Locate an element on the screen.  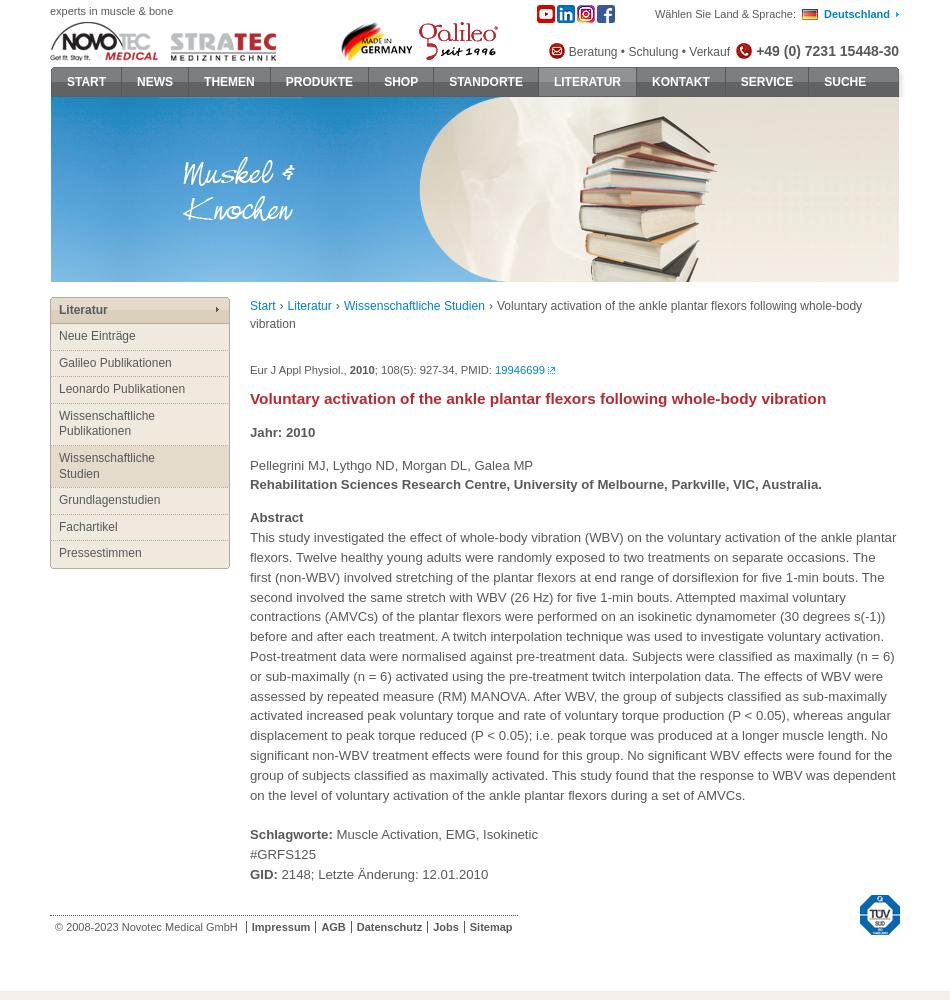
'AGB' is located at coordinates (331, 926).